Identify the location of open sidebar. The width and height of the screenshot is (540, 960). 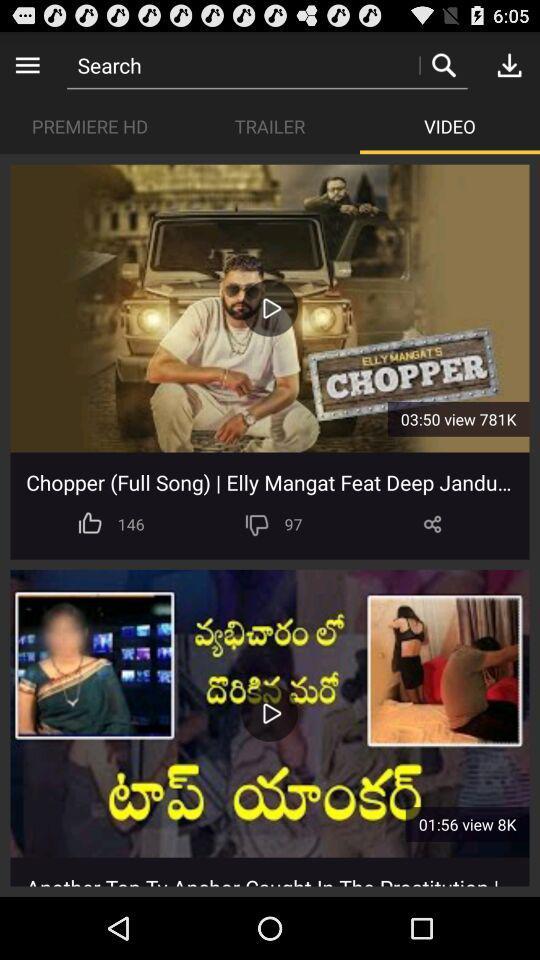
(26, 64).